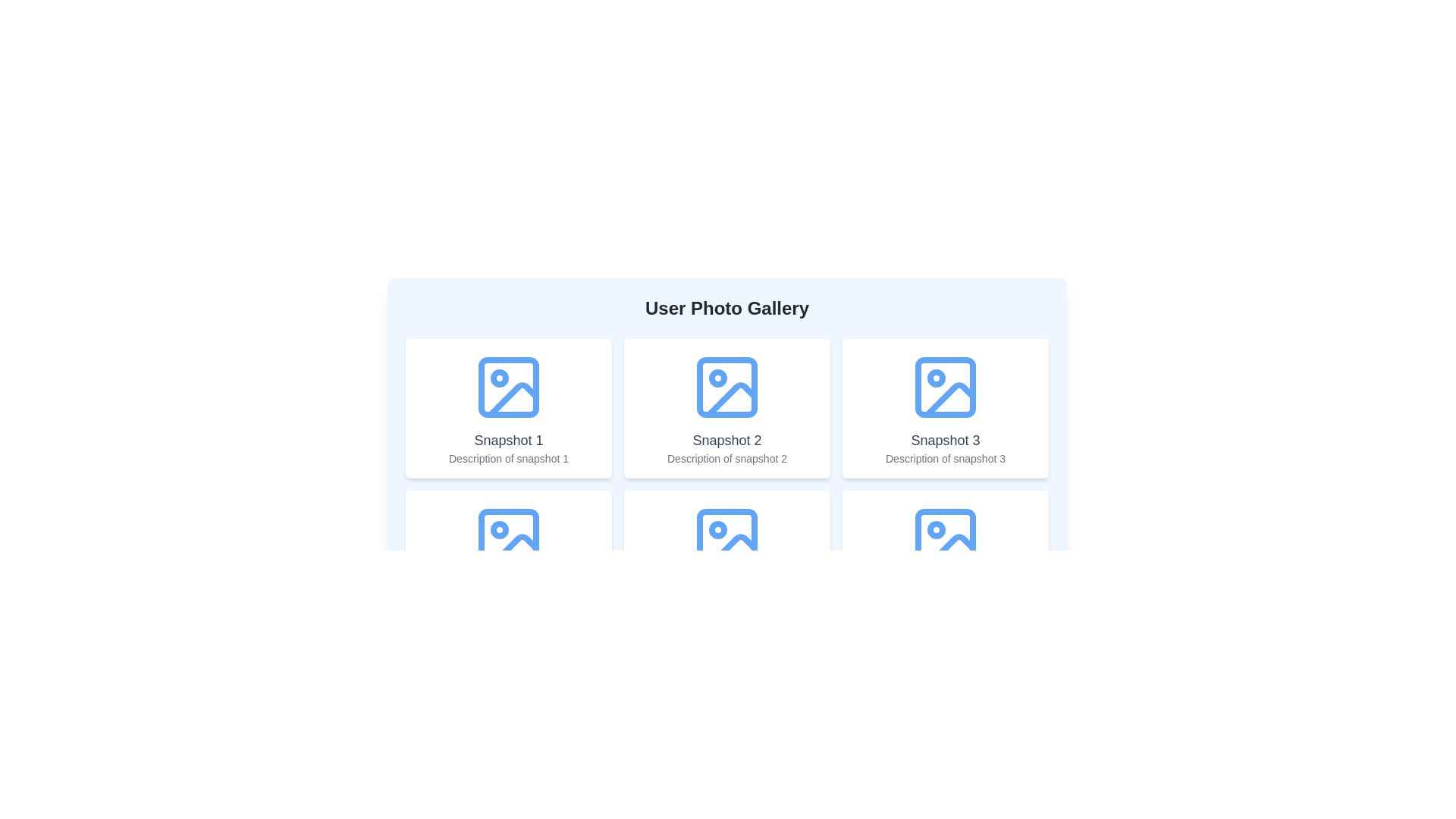  I want to click on the rounded rectangle vector graphic component in the bottom-right of the photo gallery icon, which is part of an SVG and has dimensions of 18x18 pixels, so click(945, 538).